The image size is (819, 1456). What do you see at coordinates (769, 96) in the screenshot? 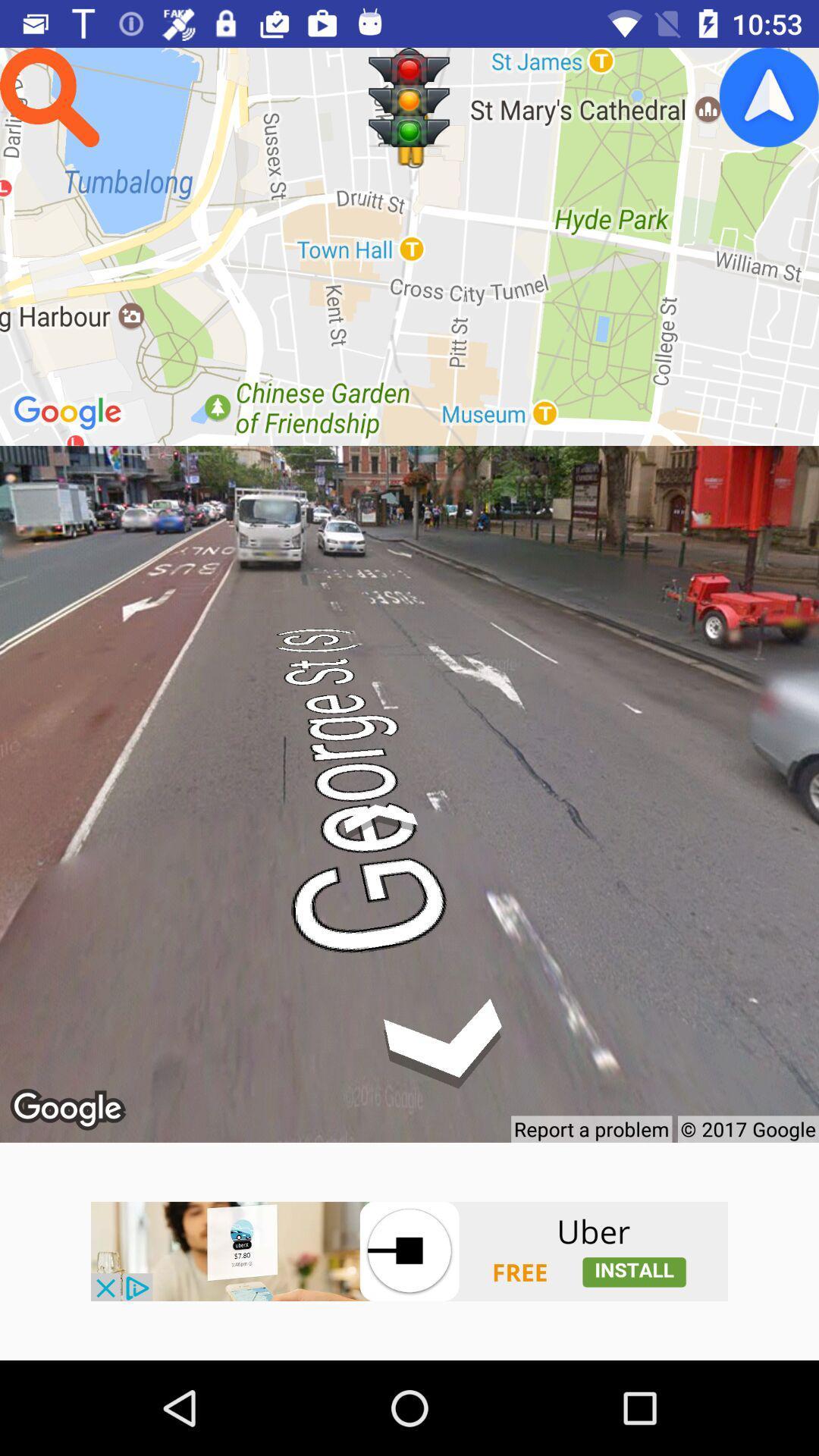
I see `location tracker` at bounding box center [769, 96].